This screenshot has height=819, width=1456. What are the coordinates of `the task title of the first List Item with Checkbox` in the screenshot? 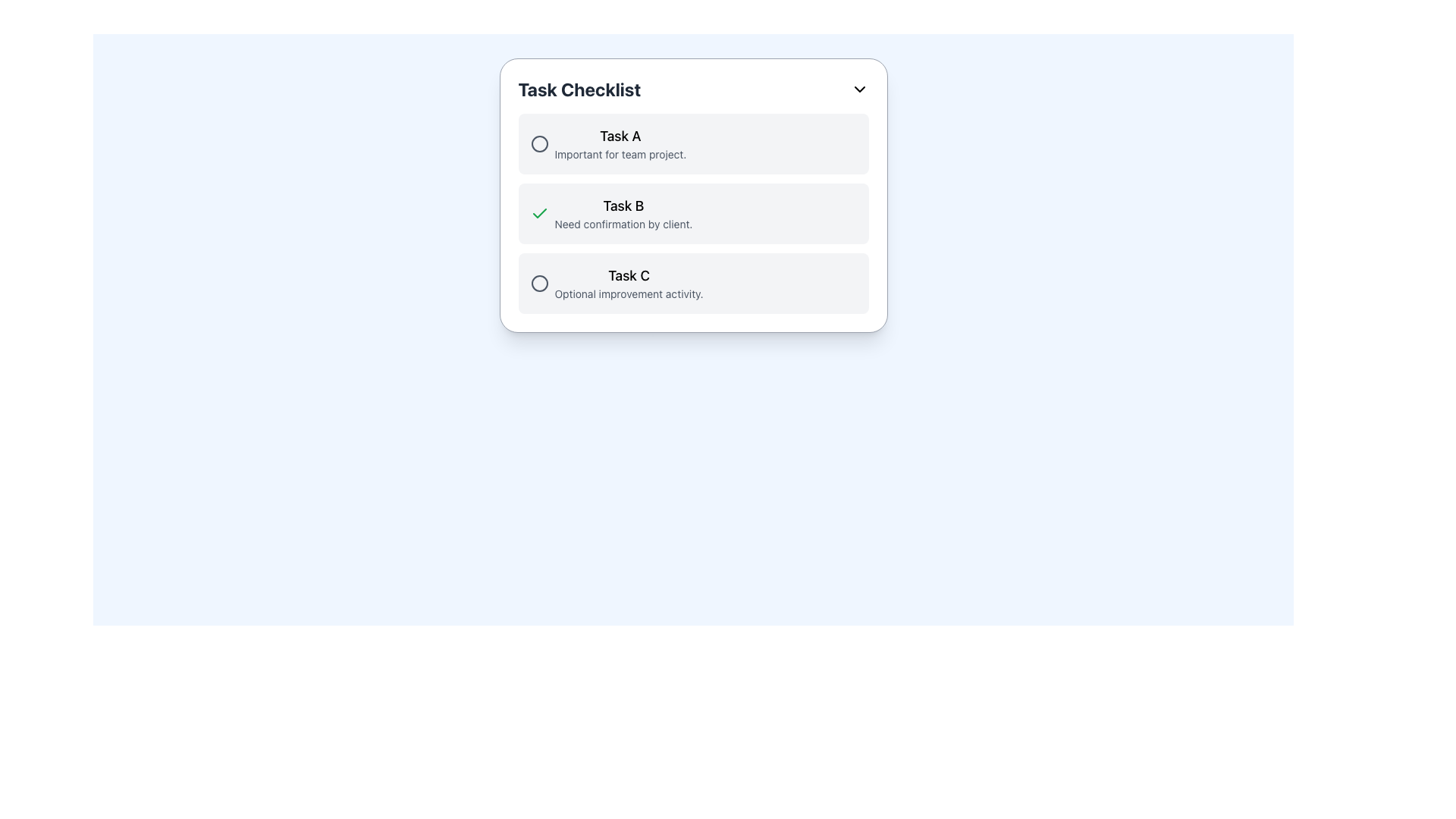 It's located at (692, 143).